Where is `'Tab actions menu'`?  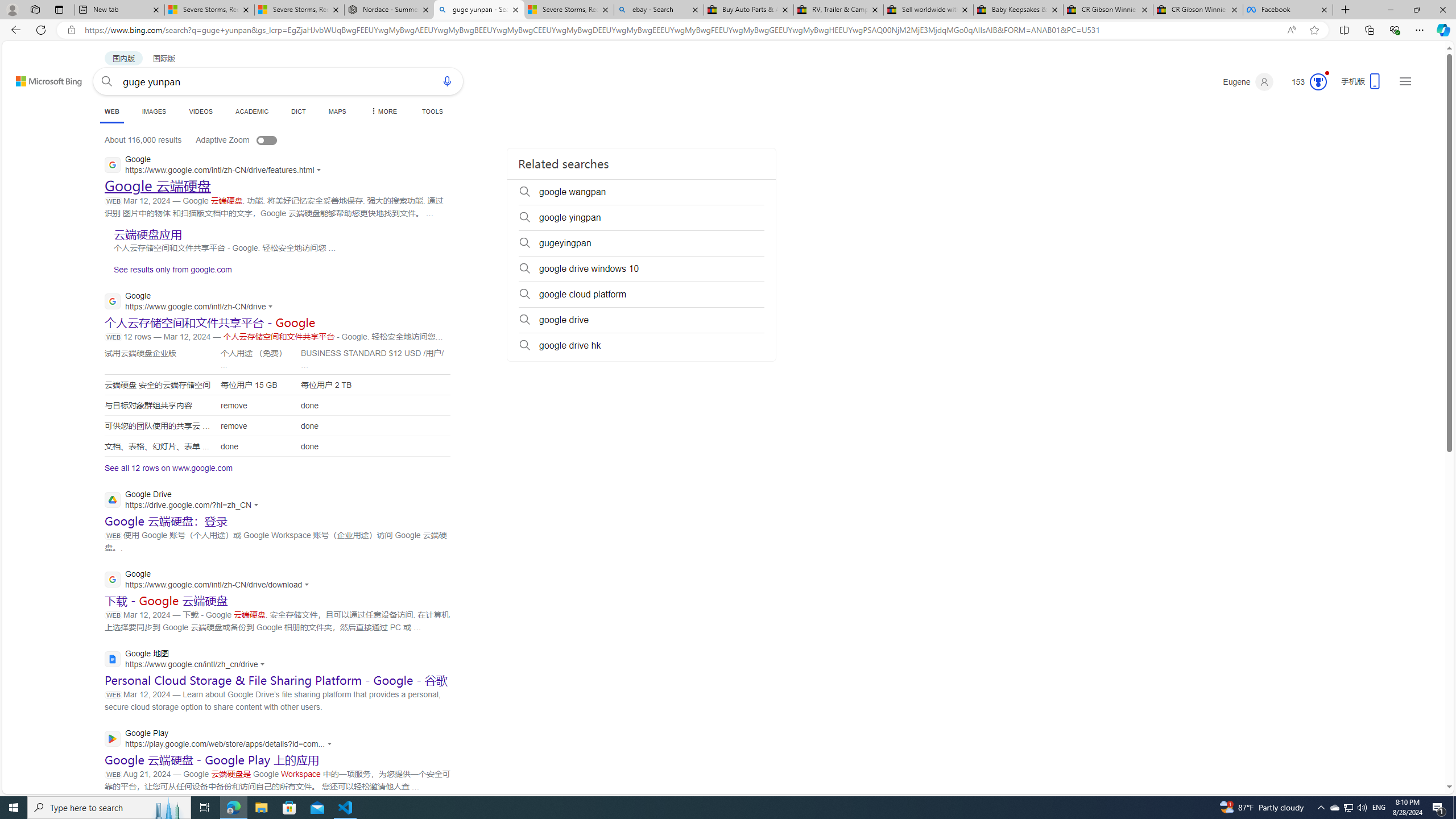 'Tab actions menu' is located at coordinates (58, 9).